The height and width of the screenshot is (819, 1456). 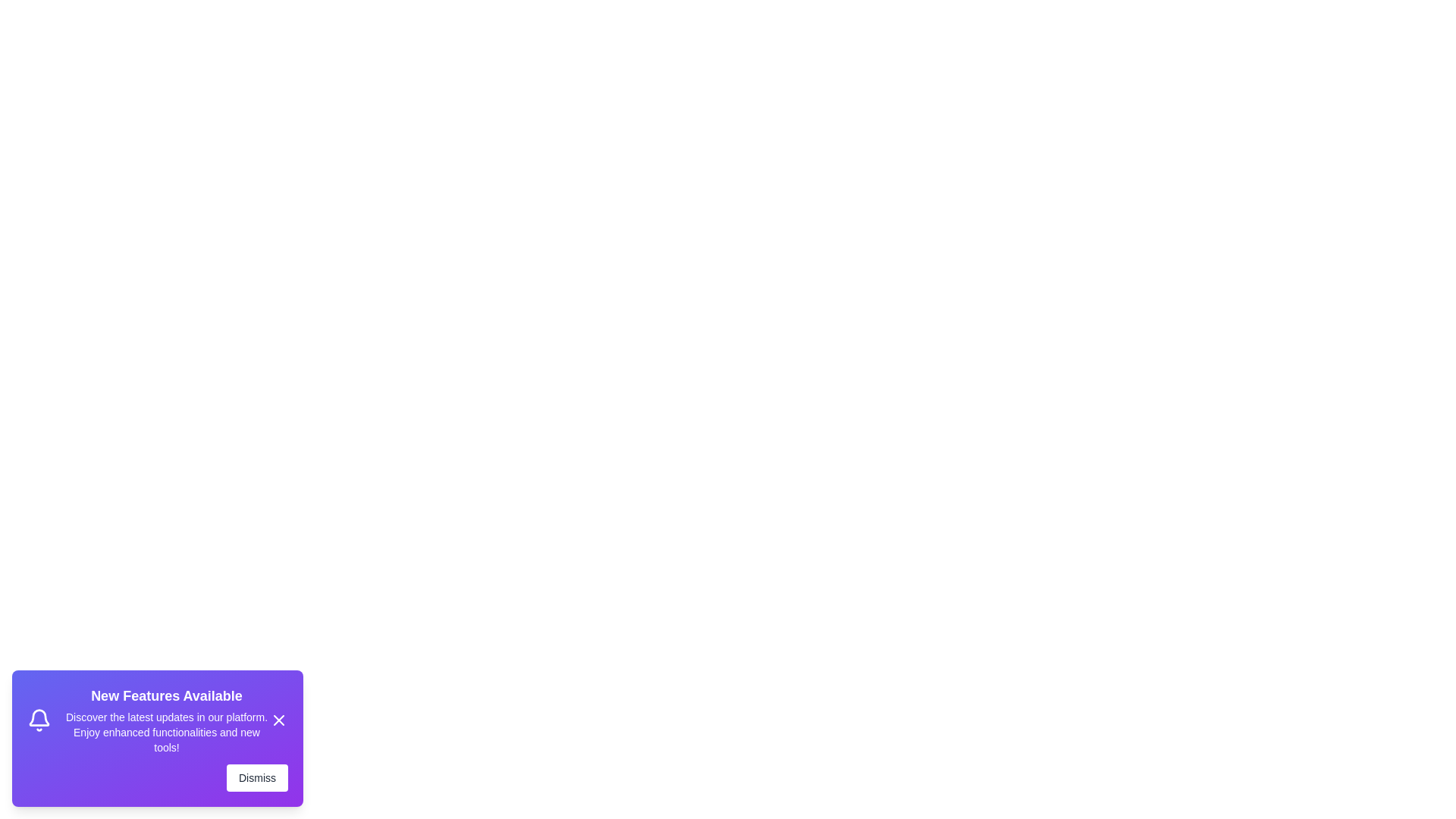 What do you see at coordinates (257, 778) in the screenshot?
I see `'Dismiss' button to hide the snackbar` at bounding box center [257, 778].